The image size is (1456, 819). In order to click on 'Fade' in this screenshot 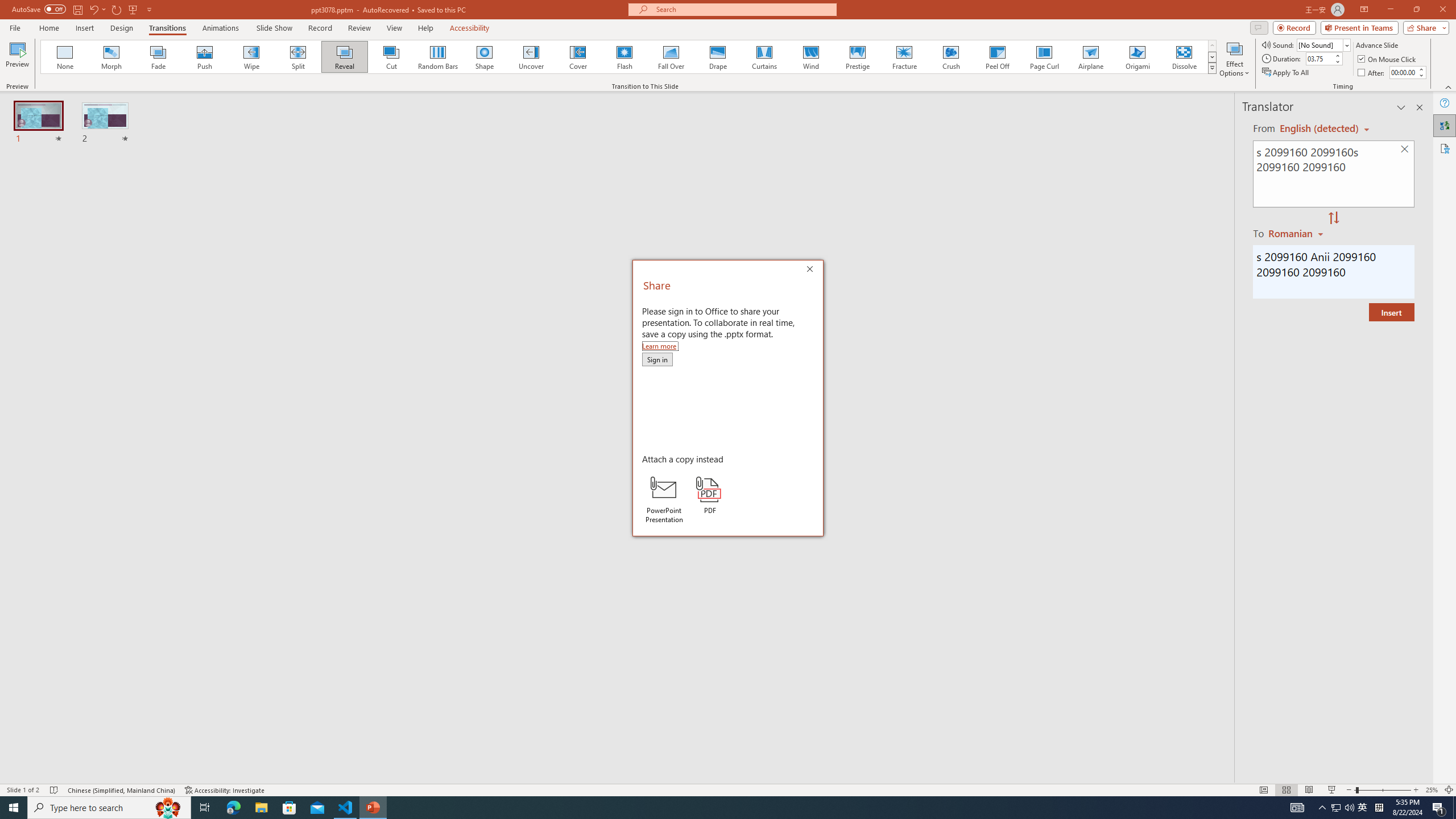, I will do `click(158, 56)`.